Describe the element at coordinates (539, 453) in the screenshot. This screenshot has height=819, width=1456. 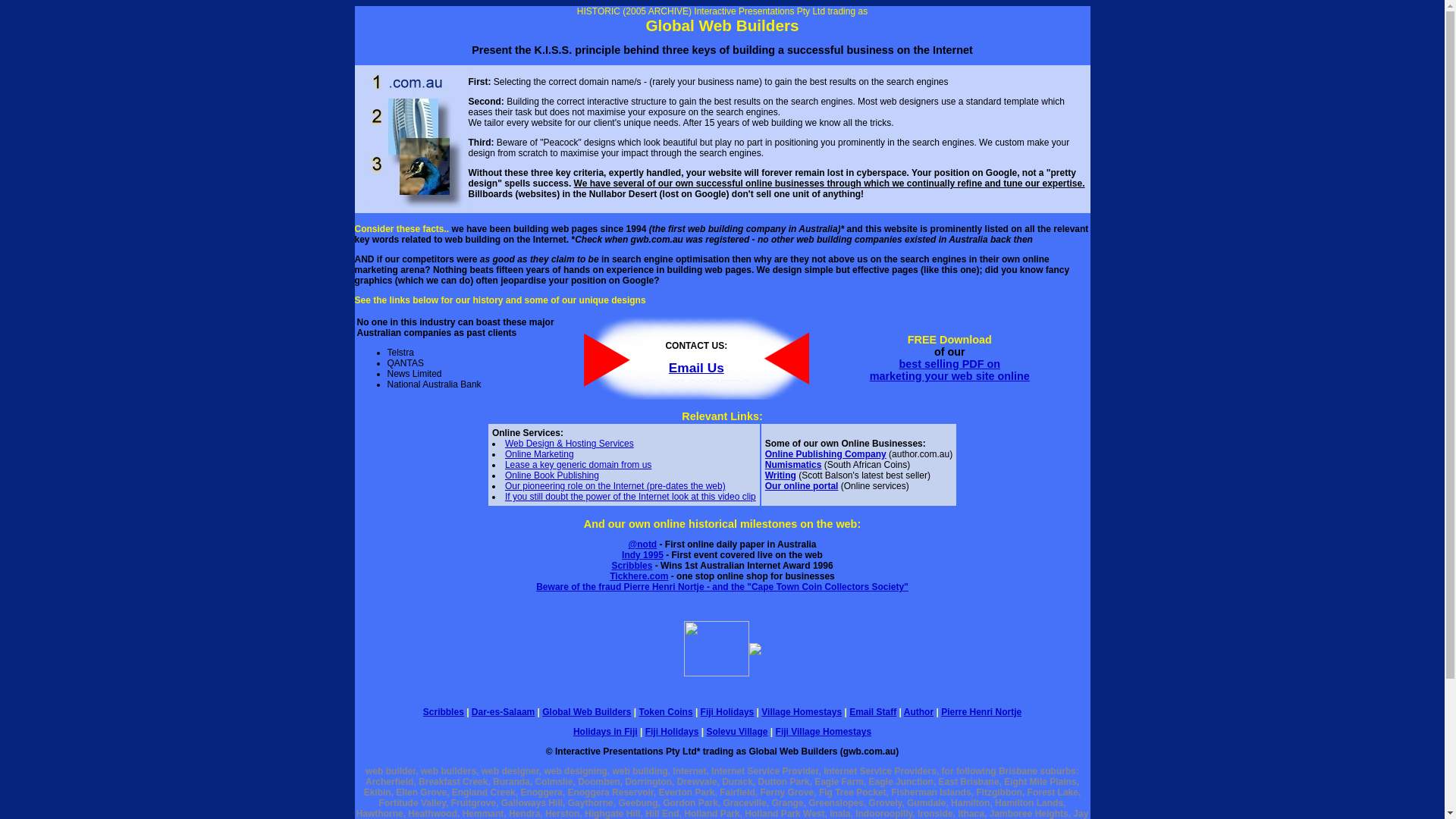
I see `'Online Marketing'` at that location.